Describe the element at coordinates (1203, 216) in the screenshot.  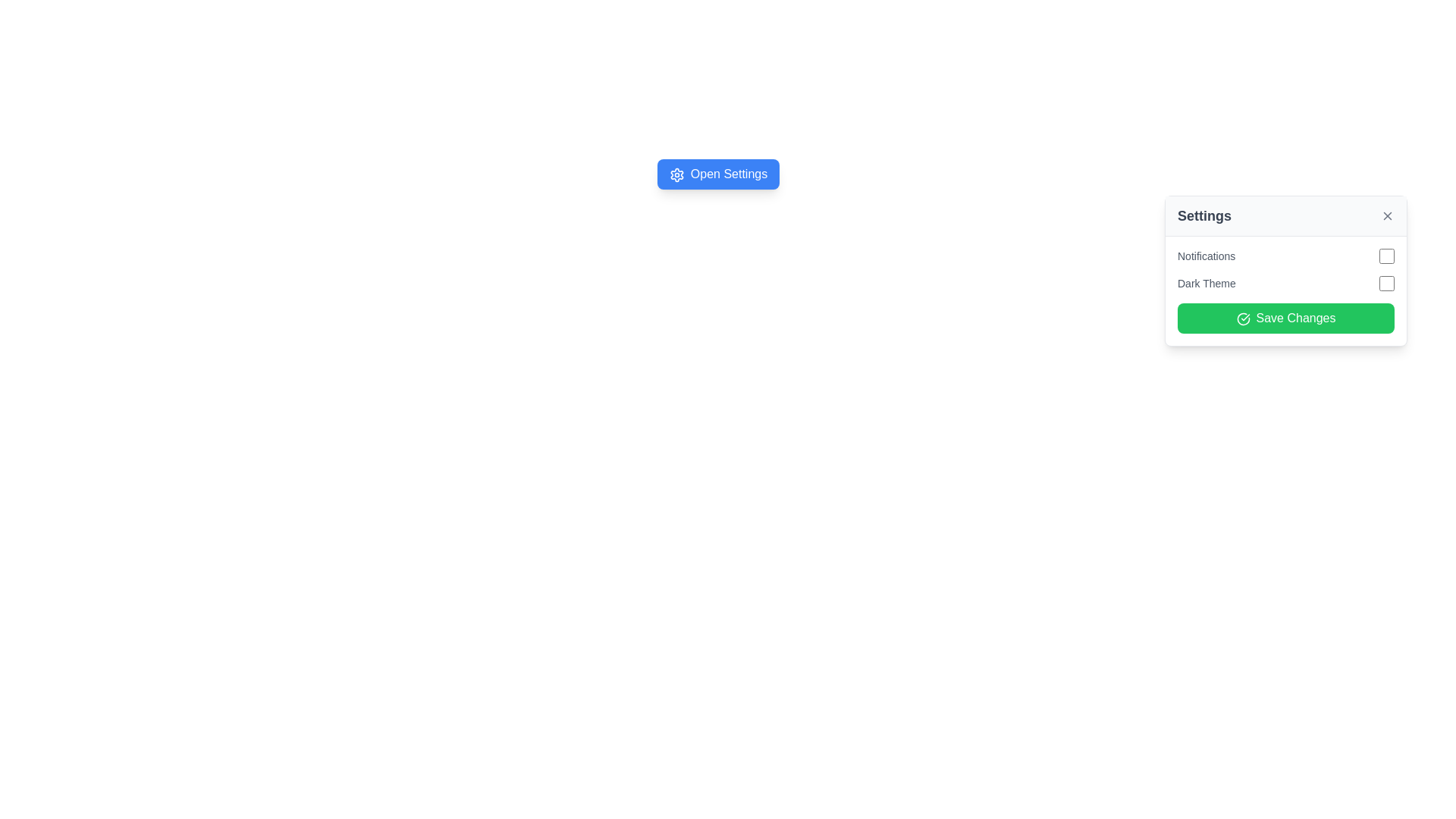
I see `the Text Label that acts as a title for the user settings popup, located at the top-left of the popup interface` at that location.